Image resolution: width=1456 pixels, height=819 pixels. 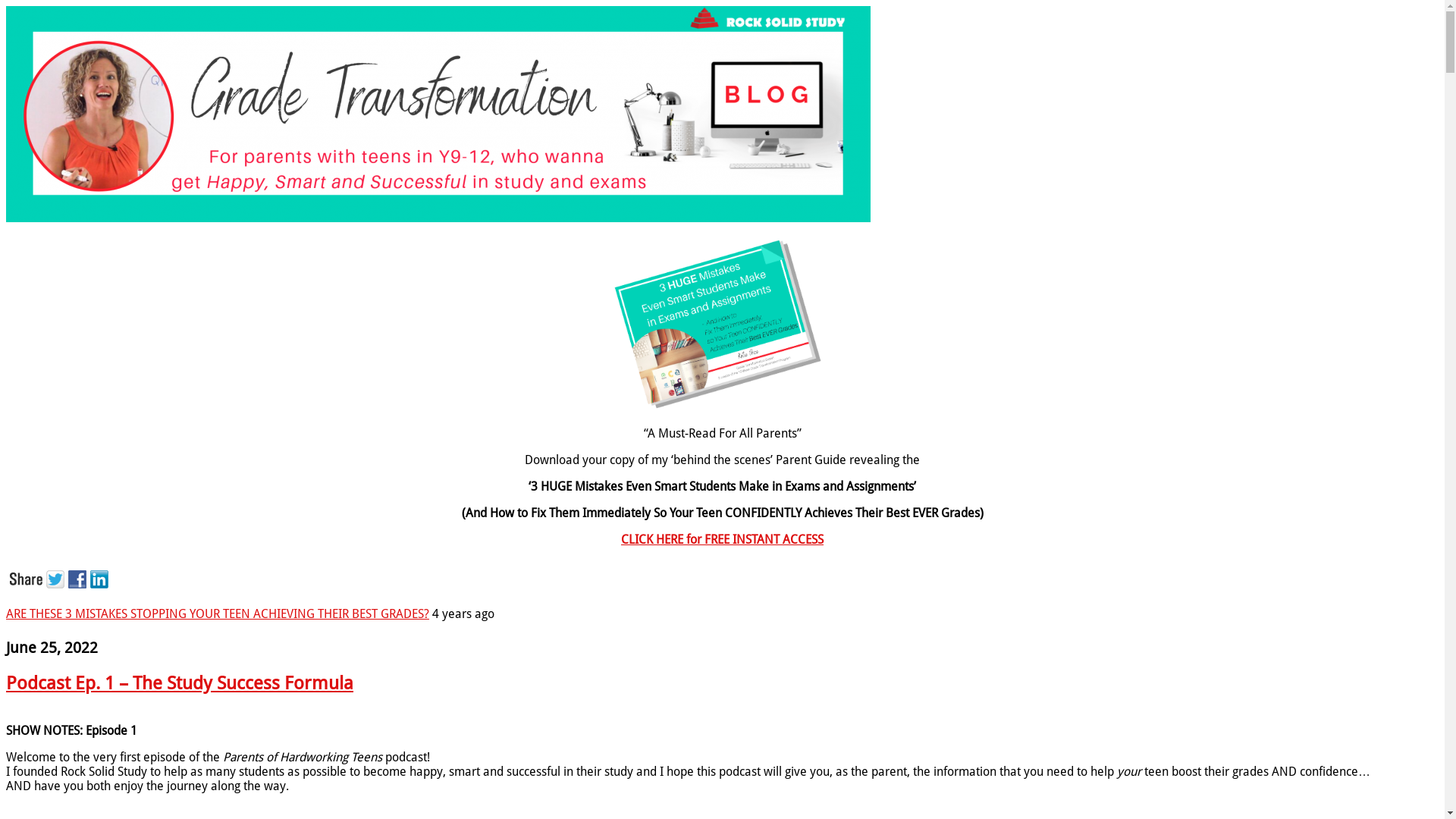 I want to click on 'Facebook', so click(x=78, y=577).